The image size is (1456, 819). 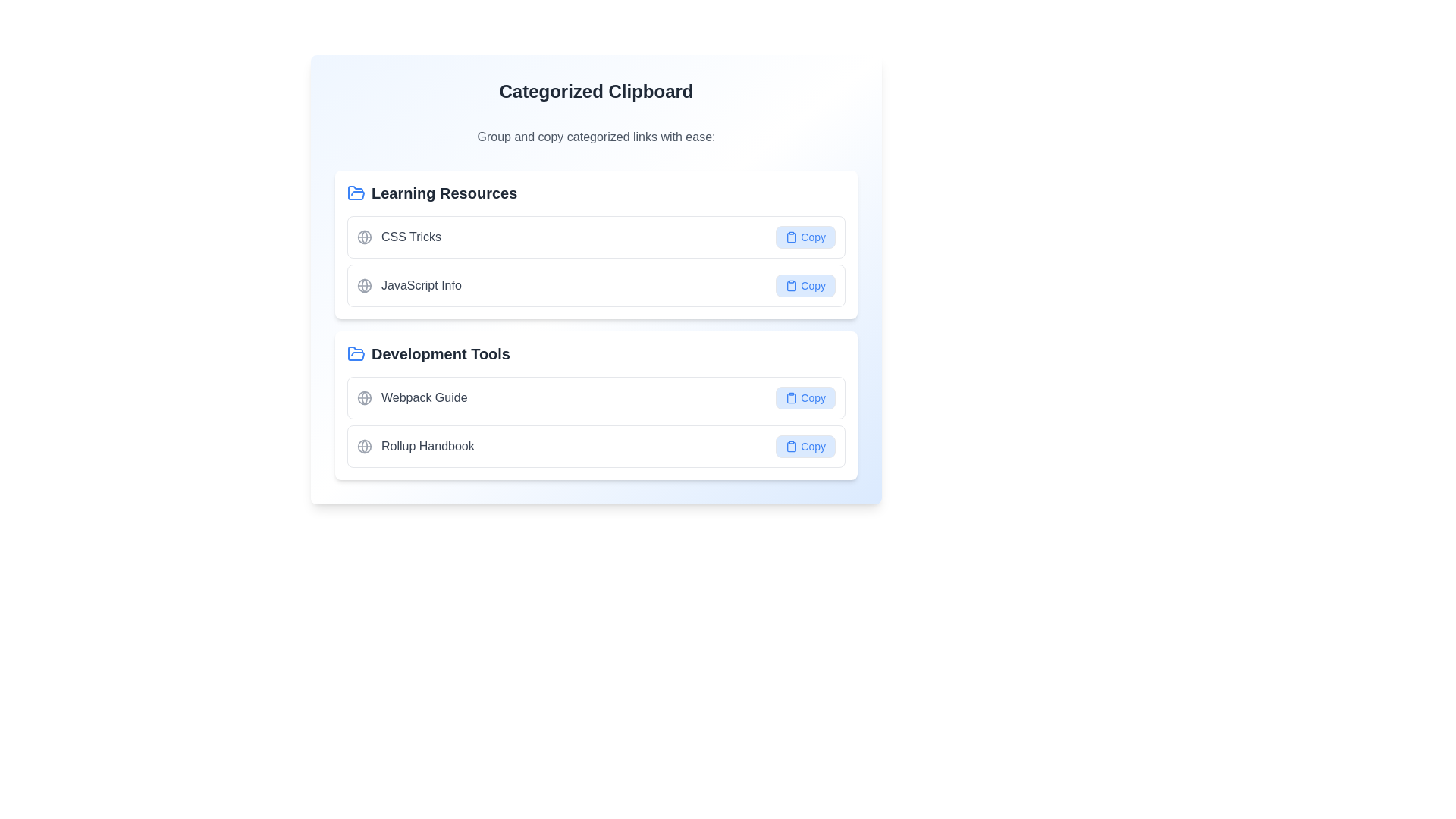 I want to click on the central circle of the globe icon located to the left of the text 'Webpack Guide' under the 'Development Tools' section, so click(x=364, y=397).